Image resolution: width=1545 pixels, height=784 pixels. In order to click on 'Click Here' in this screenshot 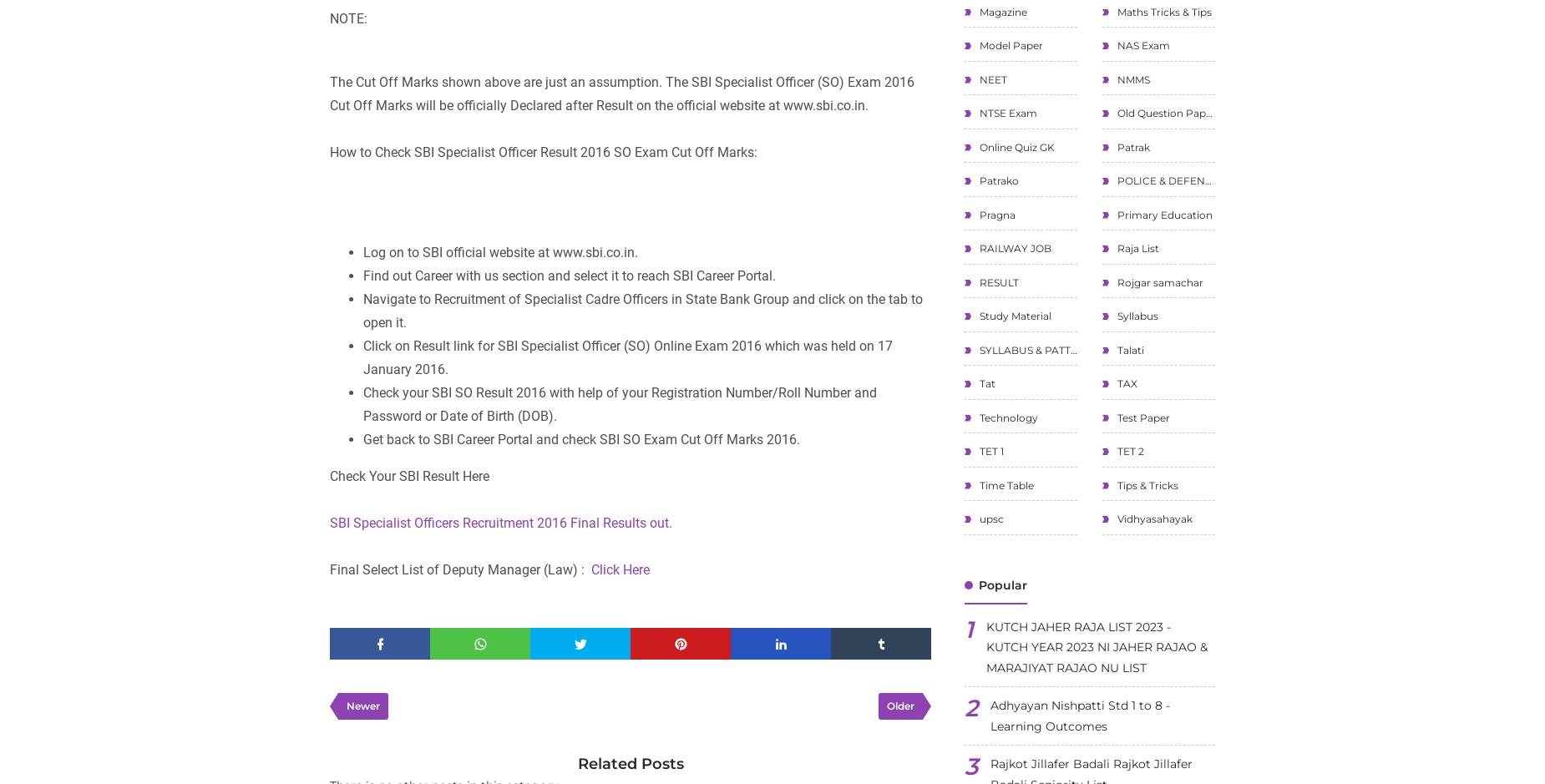, I will do `click(618, 569)`.